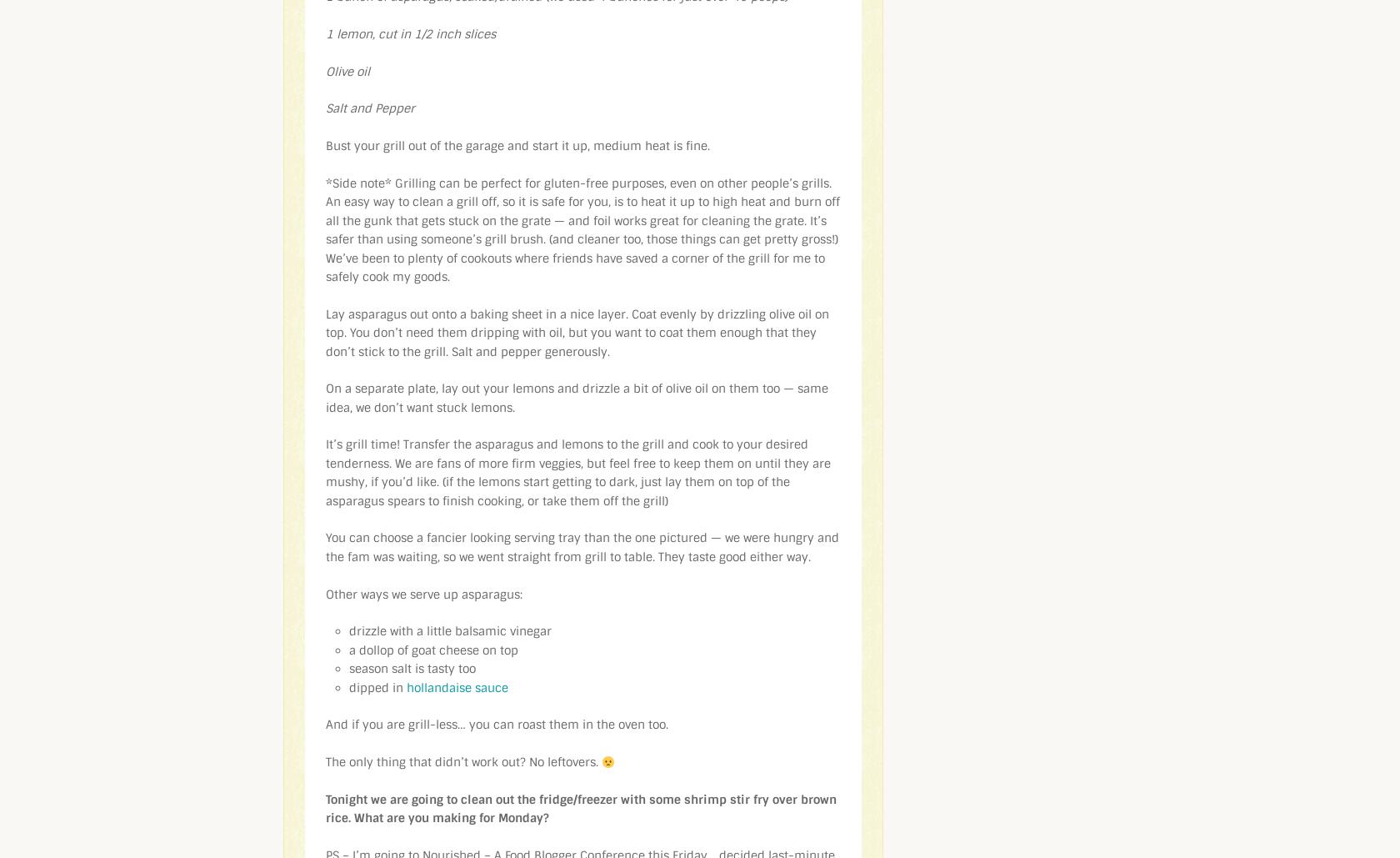 The width and height of the screenshot is (1400, 858). Describe the element at coordinates (517, 146) in the screenshot. I see `'Bust your grill out of the garage and start it up, medium heat is fine.'` at that location.